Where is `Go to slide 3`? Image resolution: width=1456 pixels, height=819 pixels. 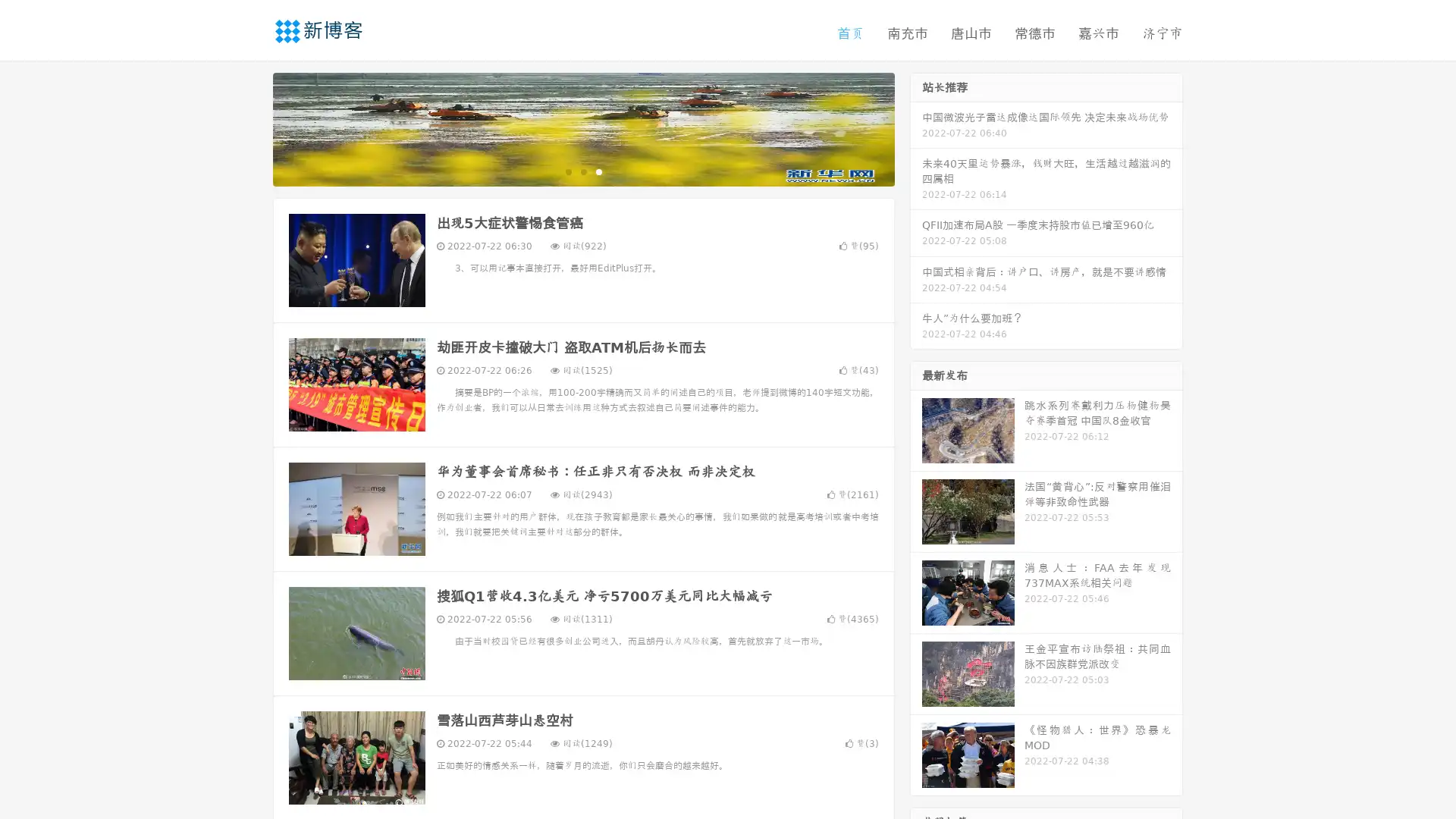
Go to slide 3 is located at coordinates (598, 171).